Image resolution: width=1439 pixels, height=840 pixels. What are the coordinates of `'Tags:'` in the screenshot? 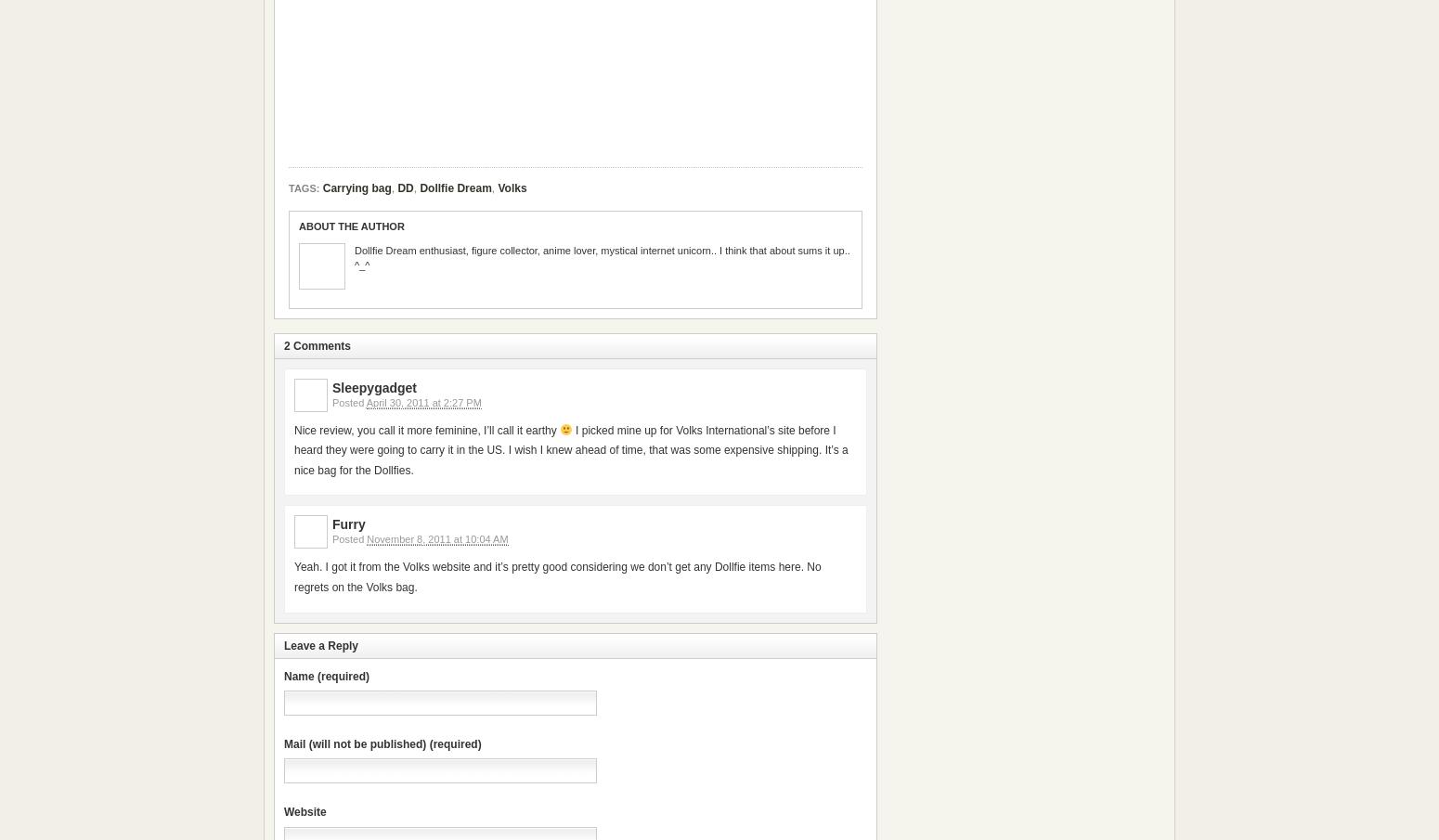 It's located at (303, 187).